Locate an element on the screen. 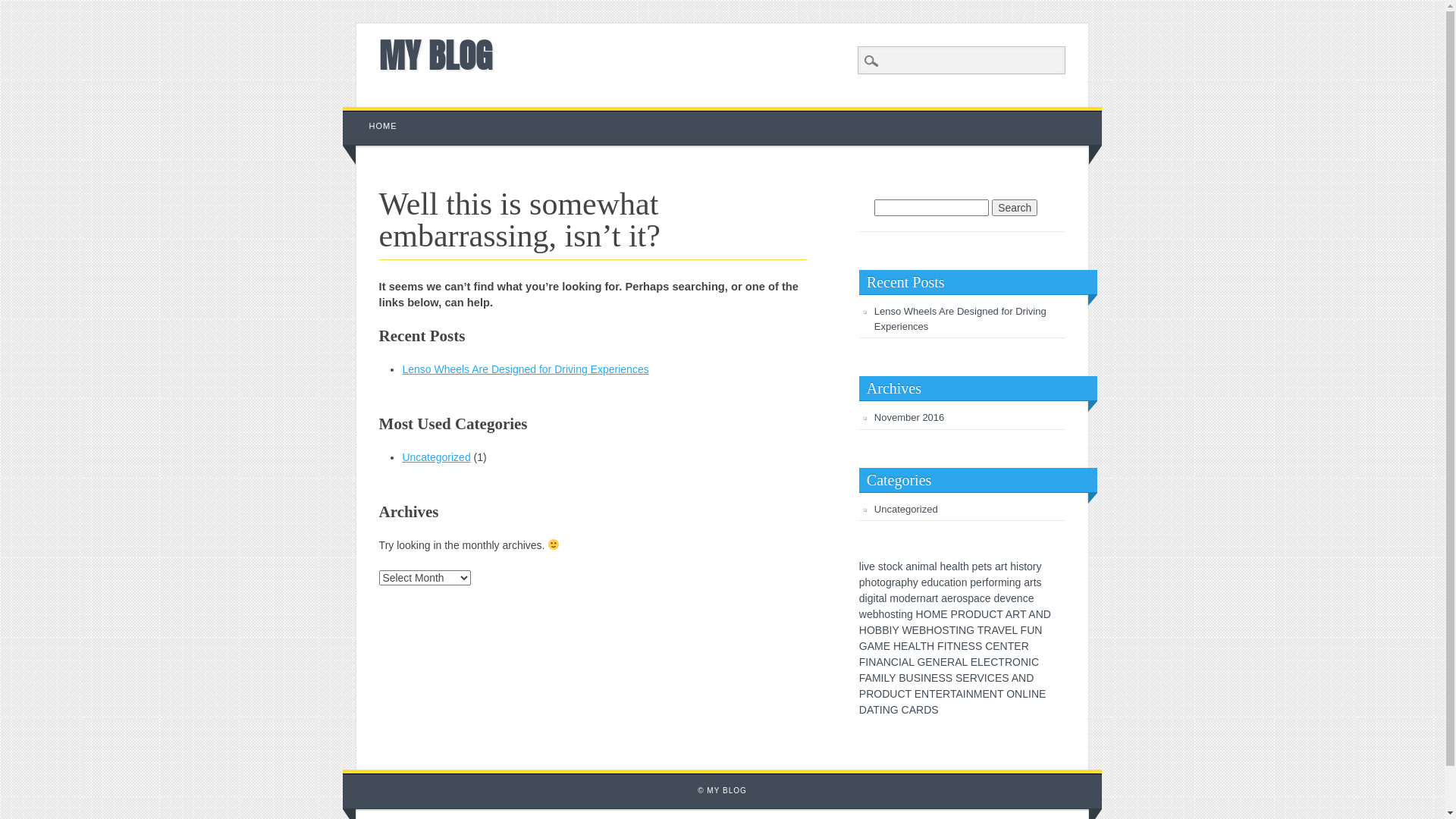 The width and height of the screenshot is (1456, 819). 'Search' is located at coordinates (1015, 207).